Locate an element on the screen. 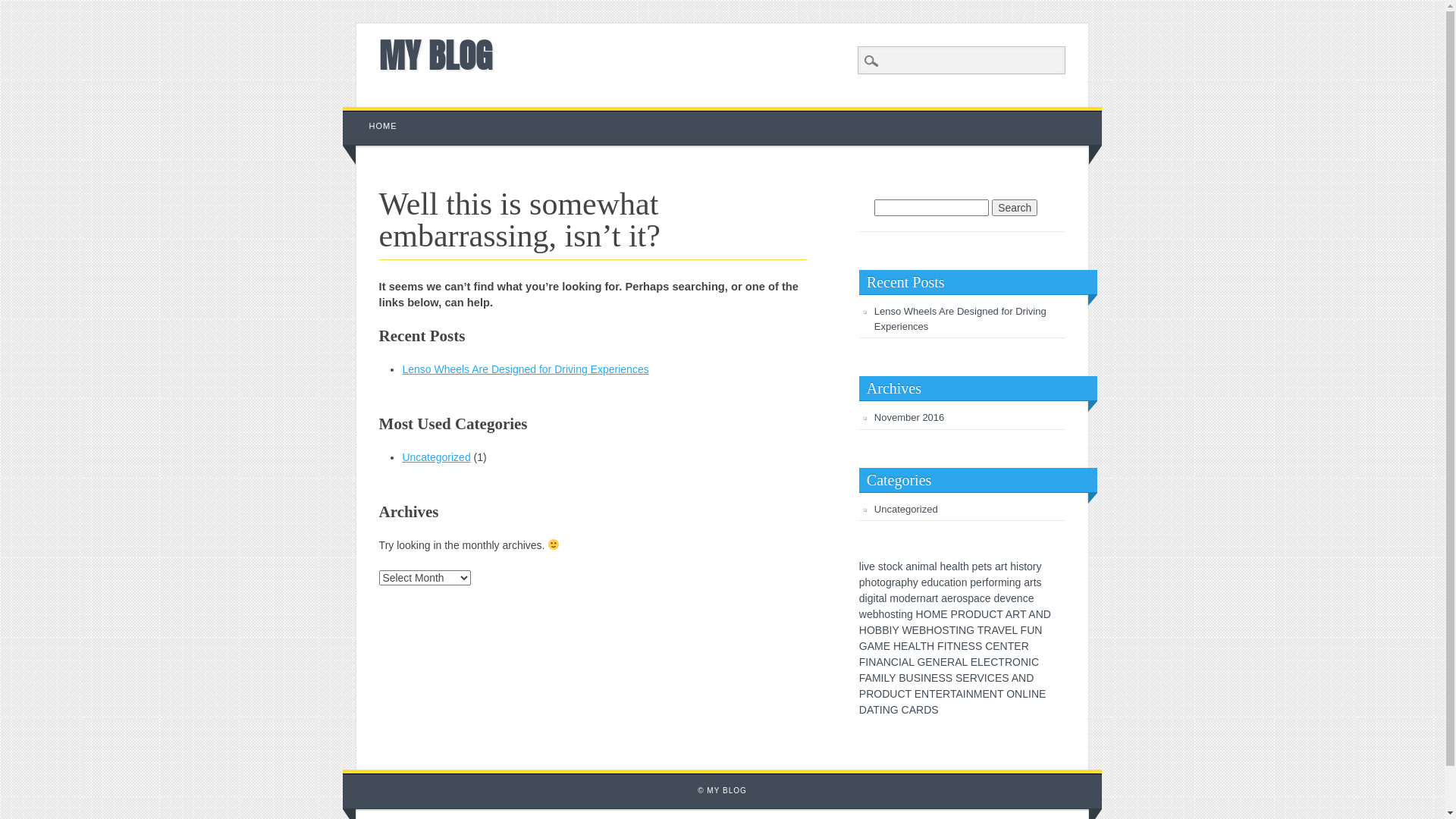 The width and height of the screenshot is (1456, 819). 'Search' is located at coordinates (1015, 207).